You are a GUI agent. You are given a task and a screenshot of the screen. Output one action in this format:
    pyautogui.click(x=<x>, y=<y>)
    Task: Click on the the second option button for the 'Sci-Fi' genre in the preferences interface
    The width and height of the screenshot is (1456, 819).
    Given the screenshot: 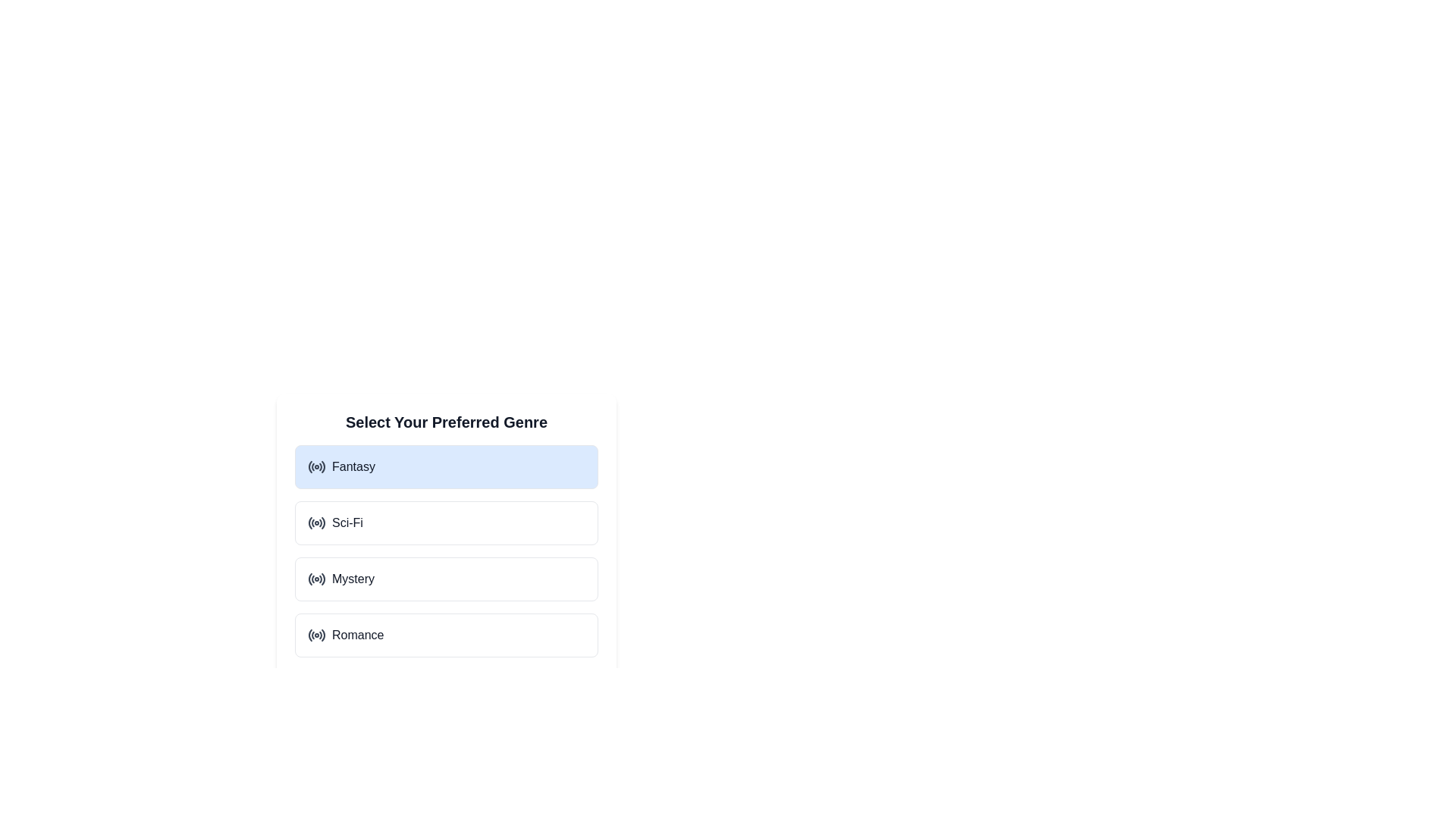 What is the action you would take?
    pyautogui.click(x=446, y=522)
    